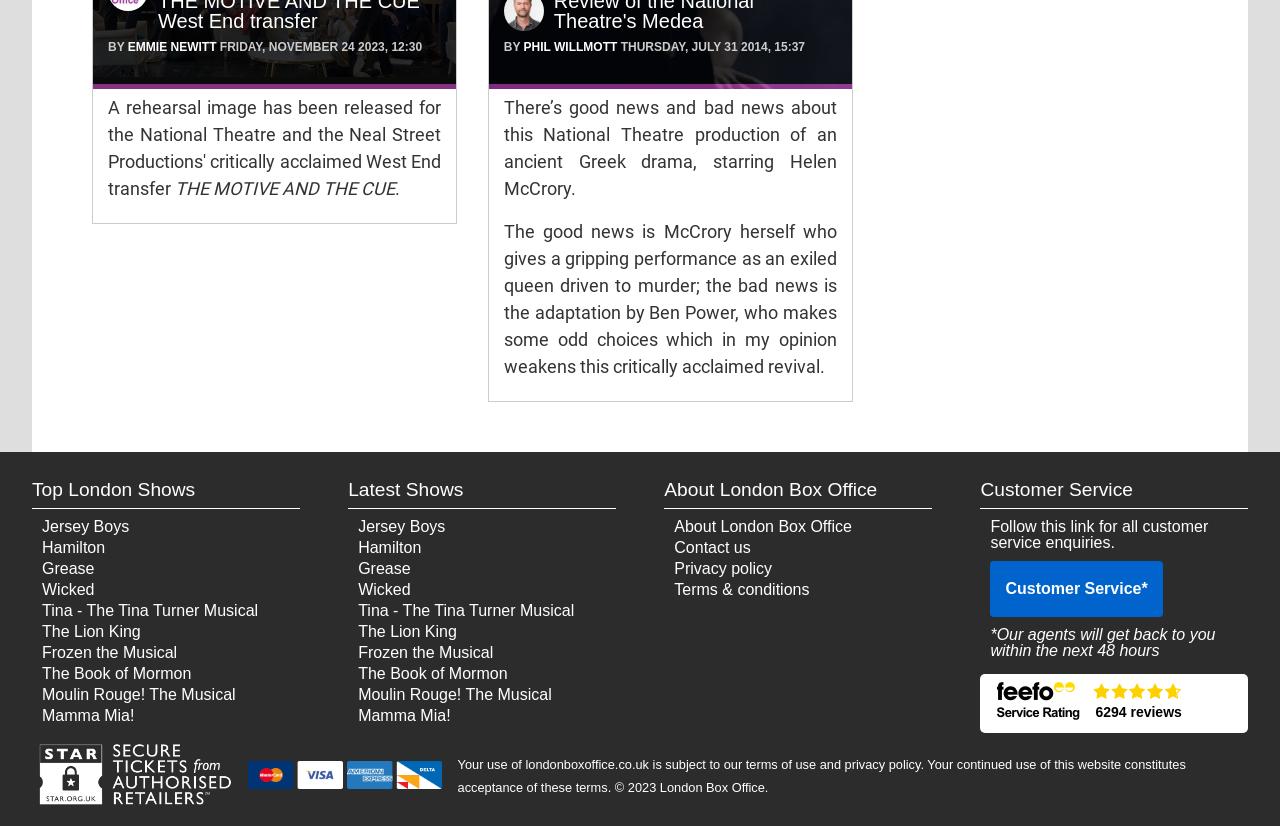 This screenshot has width=1280, height=826. I want to click on 'Privacy policy', so click(721, 567).